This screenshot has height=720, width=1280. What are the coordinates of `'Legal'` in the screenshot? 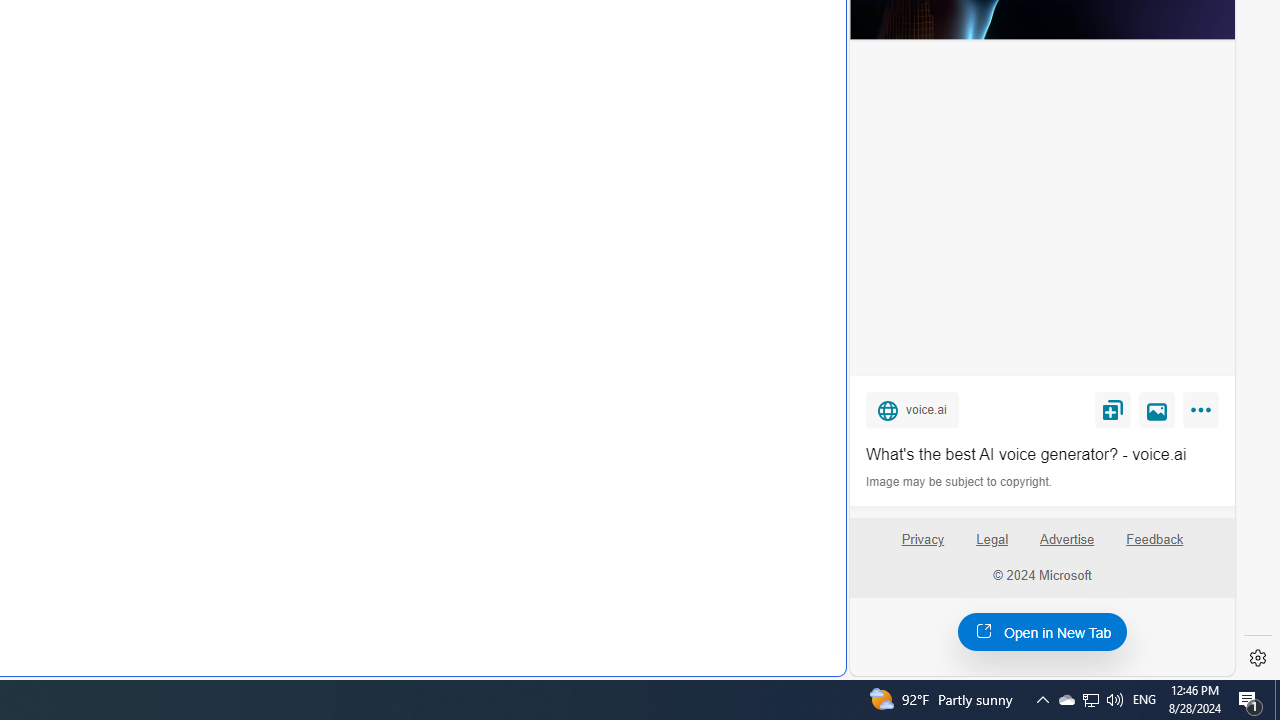 It's located at (992, 538).